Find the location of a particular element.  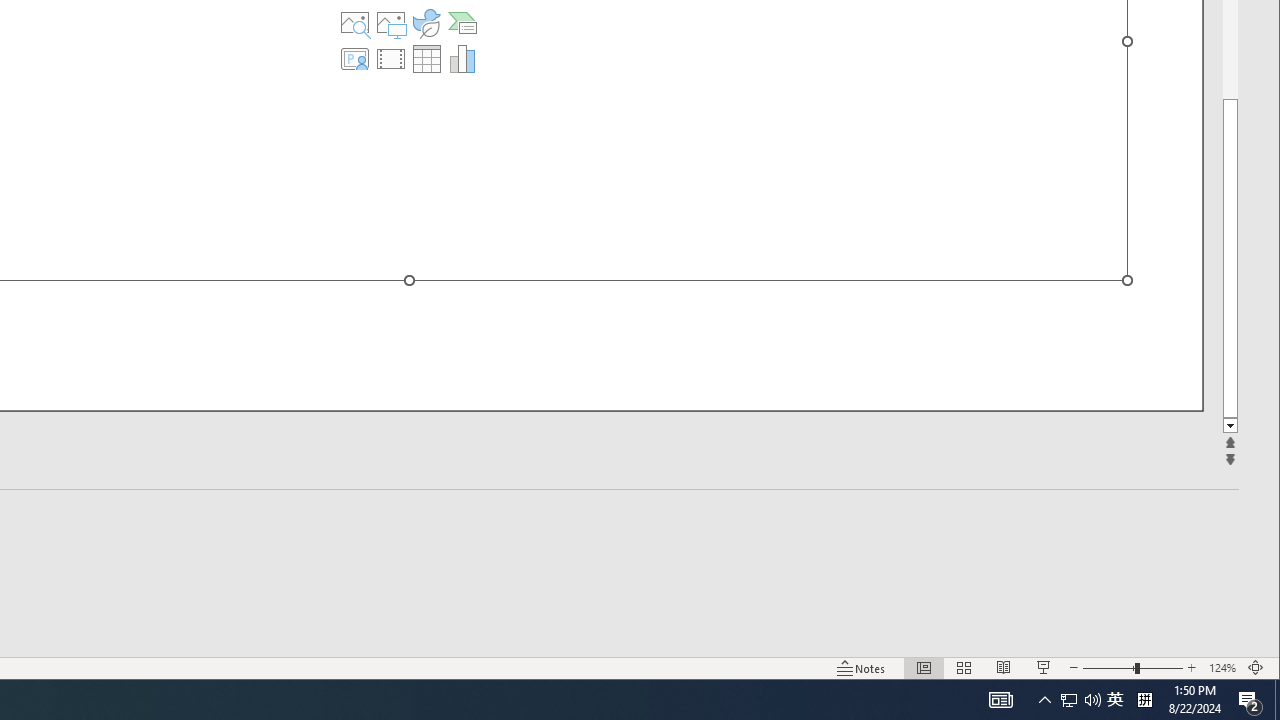

'Insert an Icon' is located at coordinates (425, 23).